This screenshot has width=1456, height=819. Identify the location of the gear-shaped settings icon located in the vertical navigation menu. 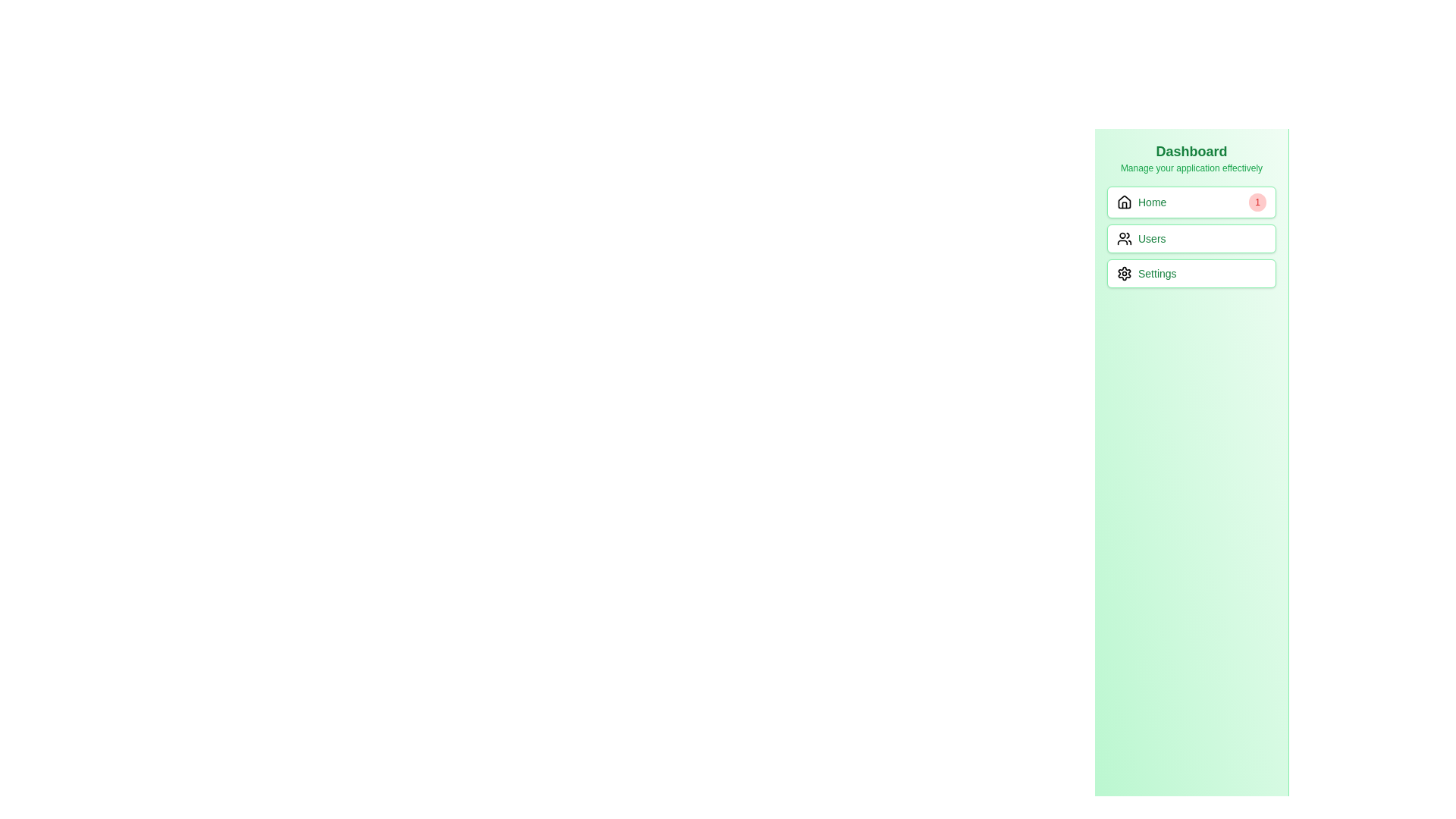
(1125, 274).